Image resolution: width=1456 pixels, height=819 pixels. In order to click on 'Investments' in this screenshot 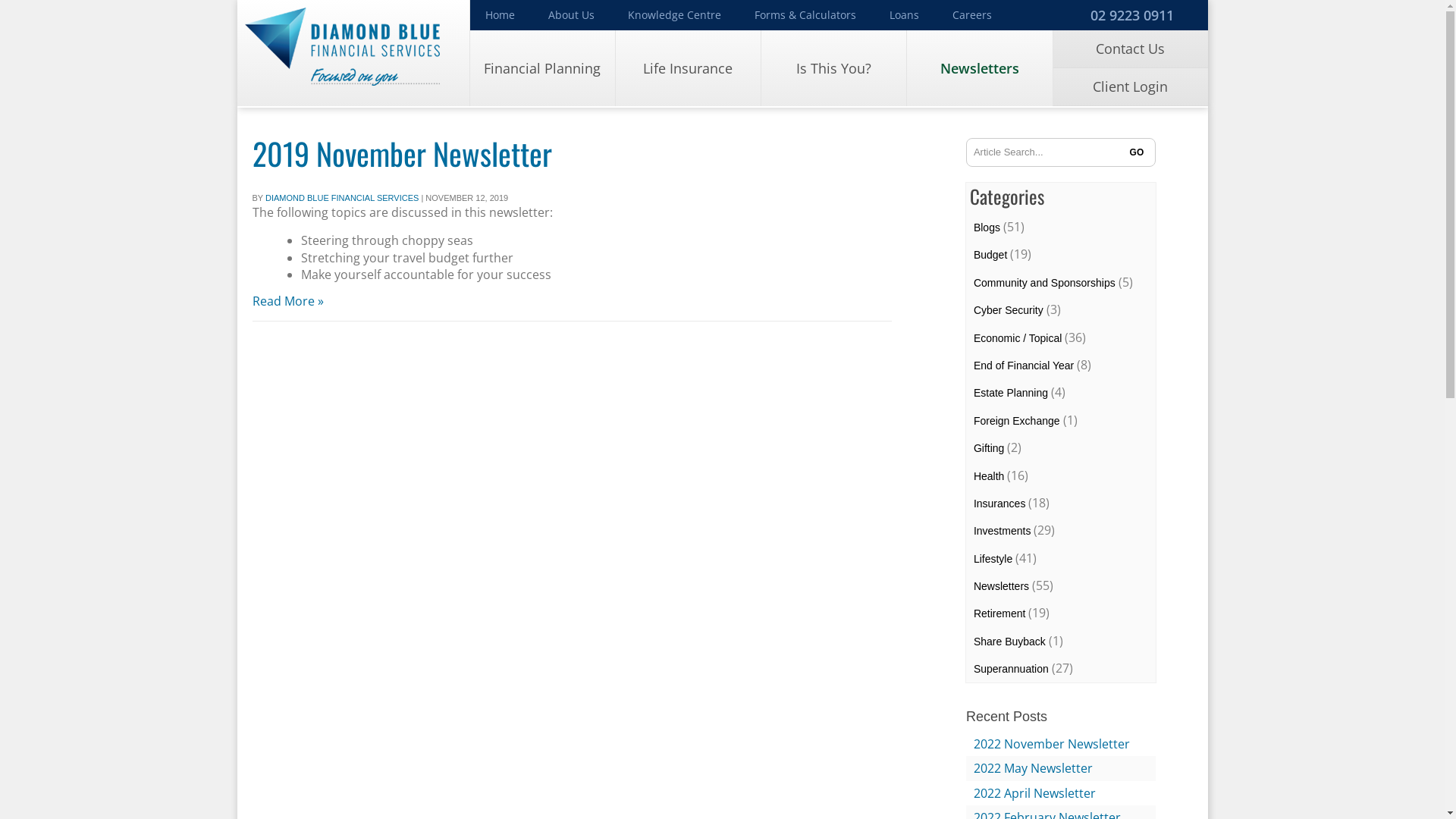, I will do `click(1002, 529)`.